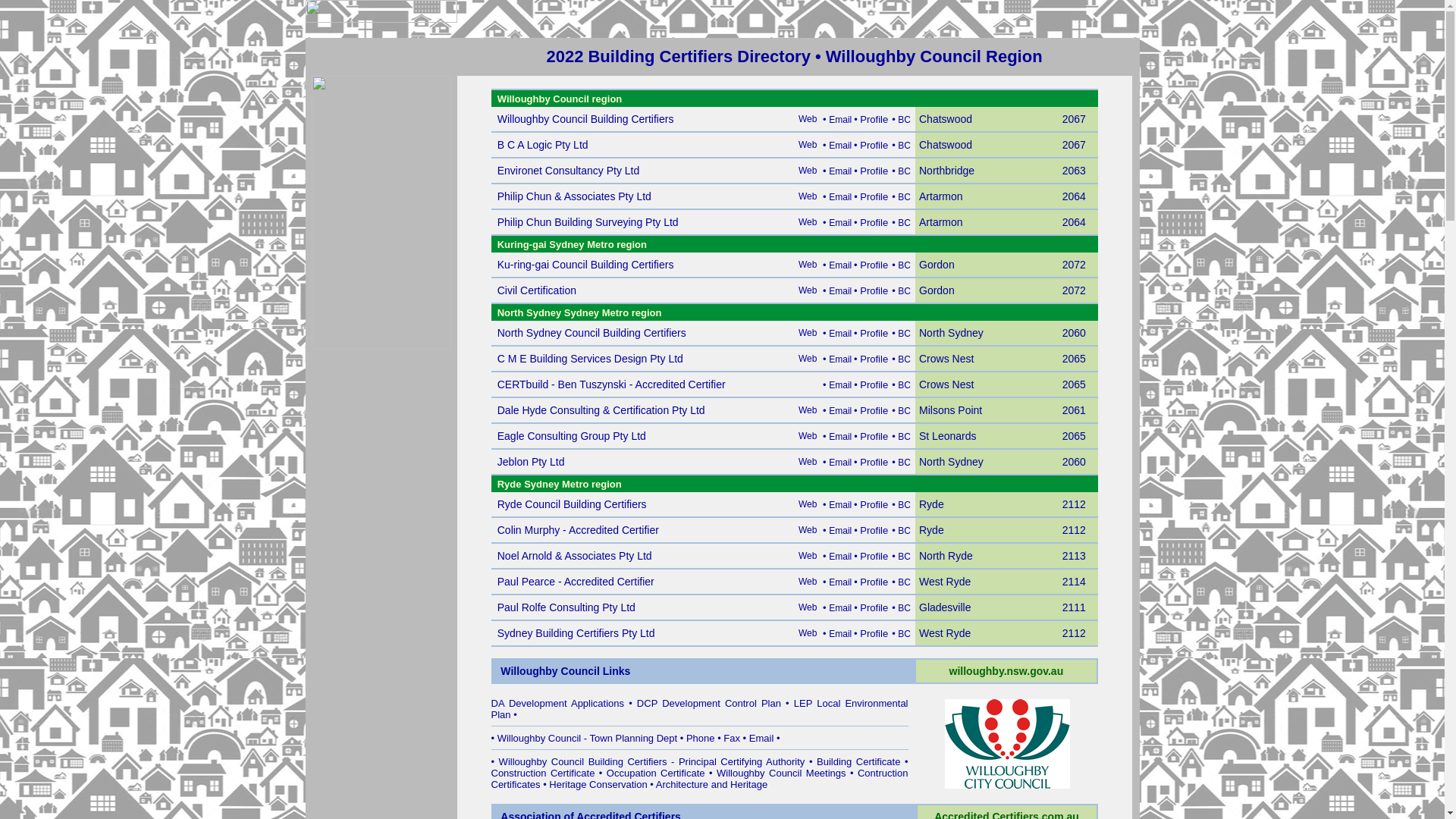  I want to click on 'Gladesville', so click(944, 607).